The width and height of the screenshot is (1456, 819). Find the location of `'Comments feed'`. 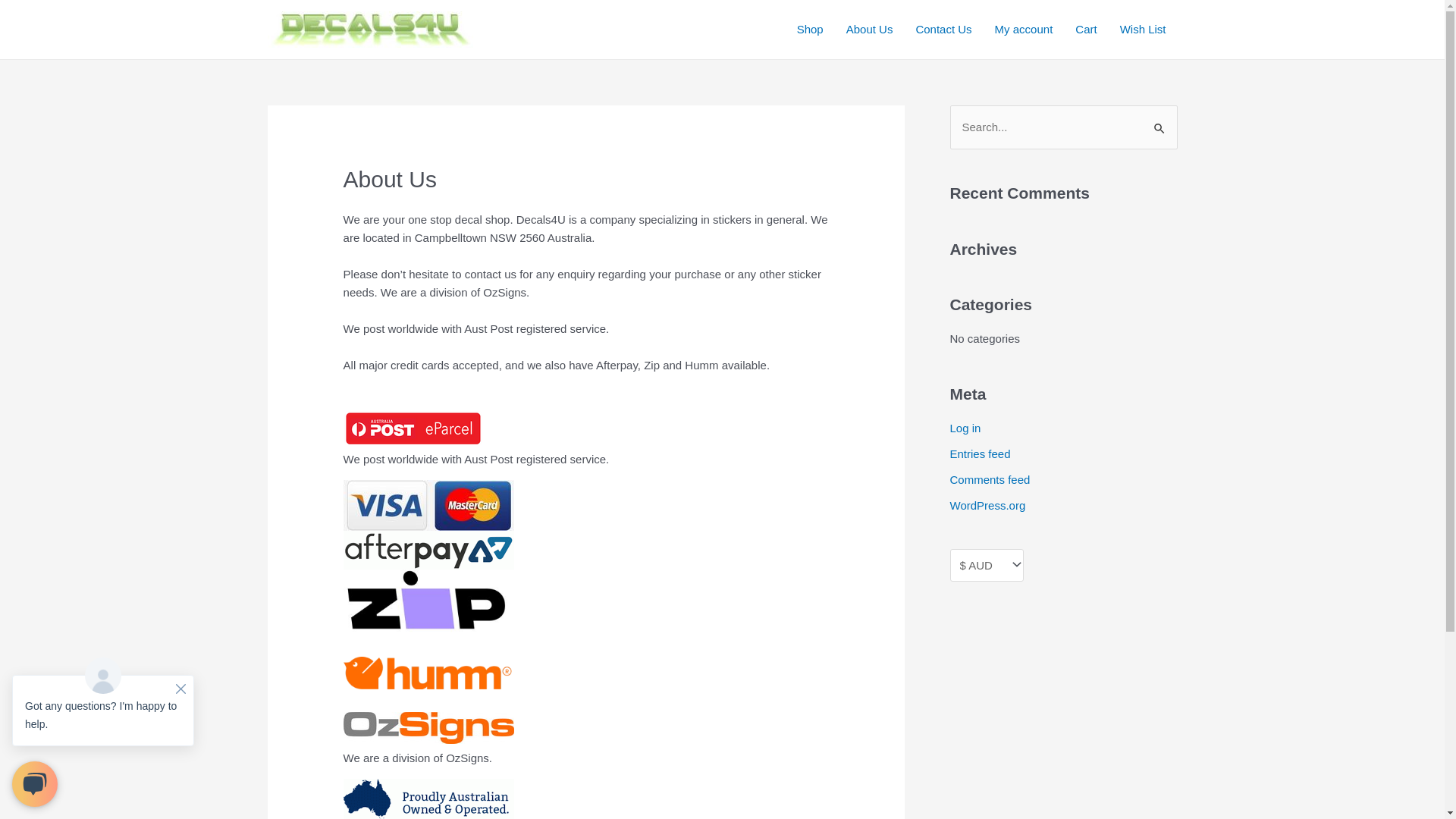

'Comments feed' is located at coordinates (949, 479).